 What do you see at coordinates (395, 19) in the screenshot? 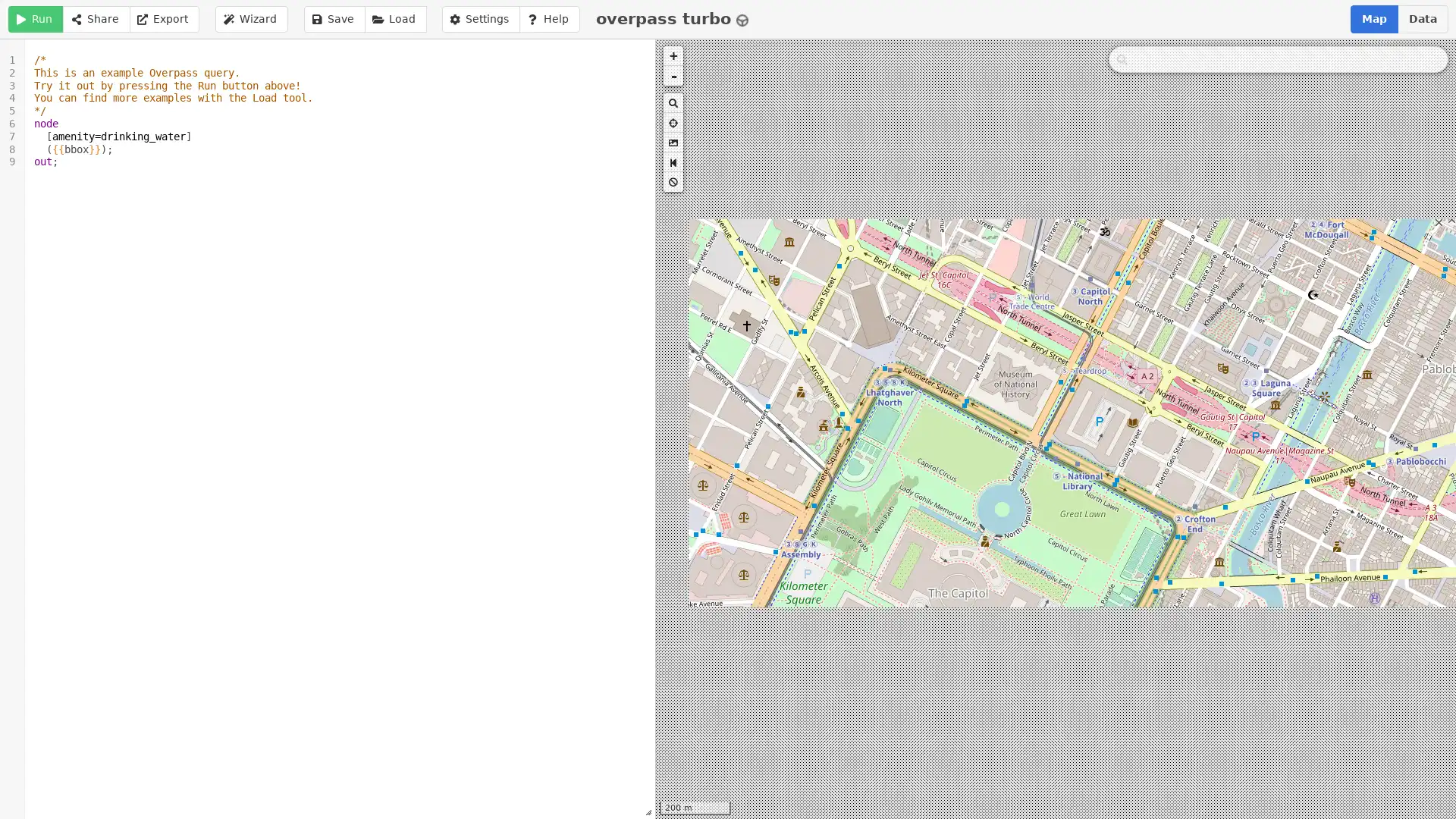
I see `Load` at bounding box center [395, 19].